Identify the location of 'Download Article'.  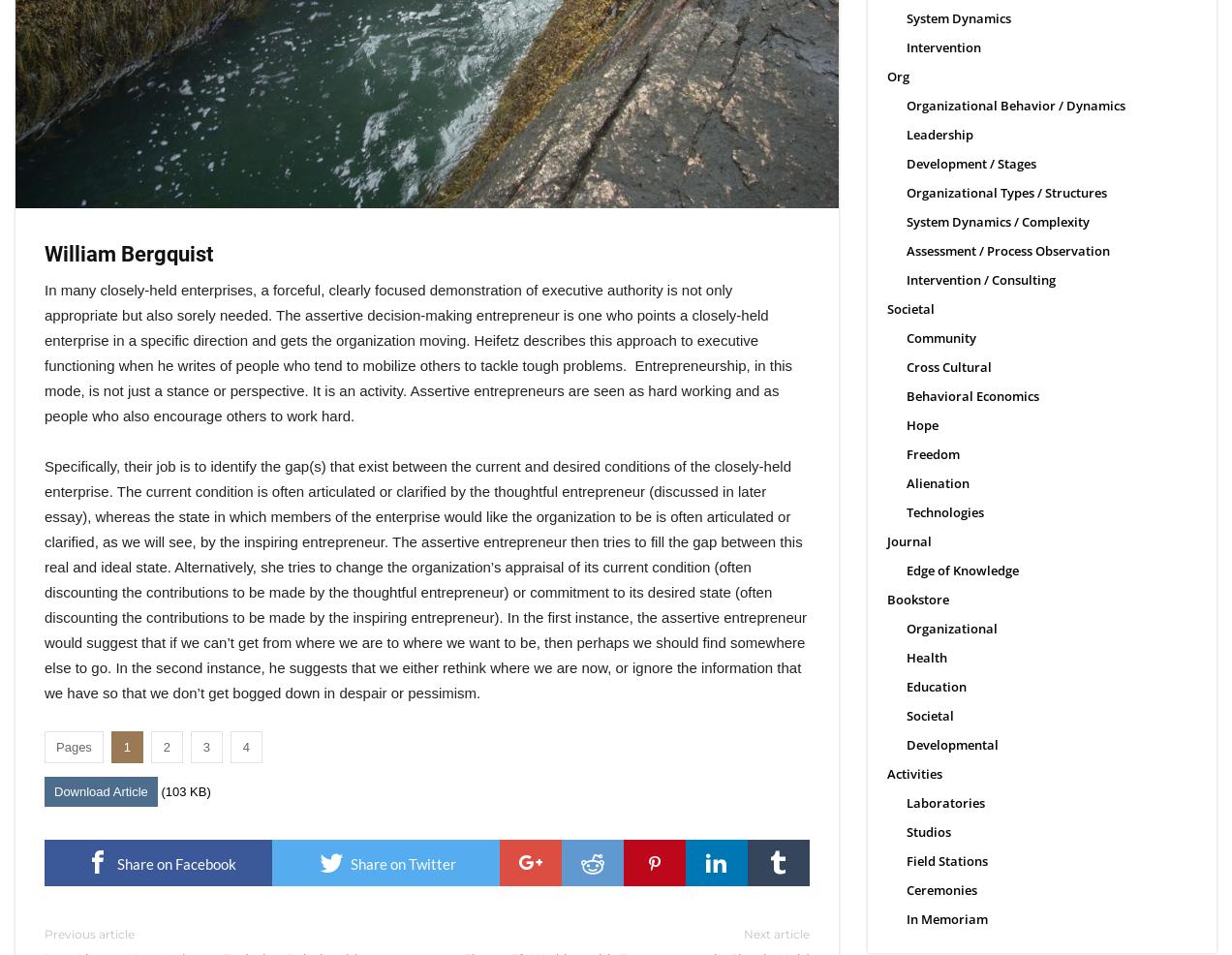
(101, 790).